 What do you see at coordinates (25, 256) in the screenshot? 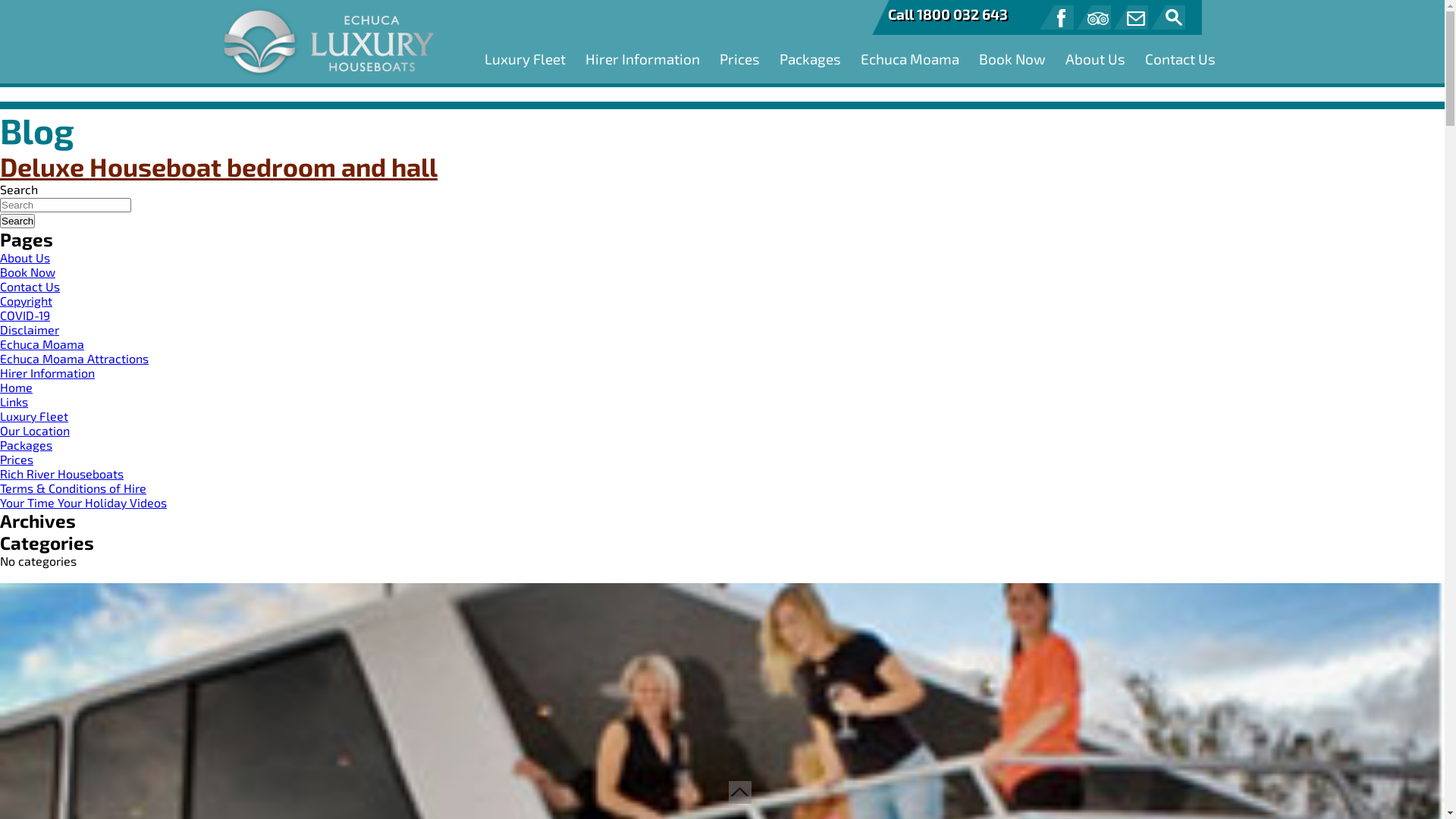
I see `'About Us'` at bounding box center [25, 256].